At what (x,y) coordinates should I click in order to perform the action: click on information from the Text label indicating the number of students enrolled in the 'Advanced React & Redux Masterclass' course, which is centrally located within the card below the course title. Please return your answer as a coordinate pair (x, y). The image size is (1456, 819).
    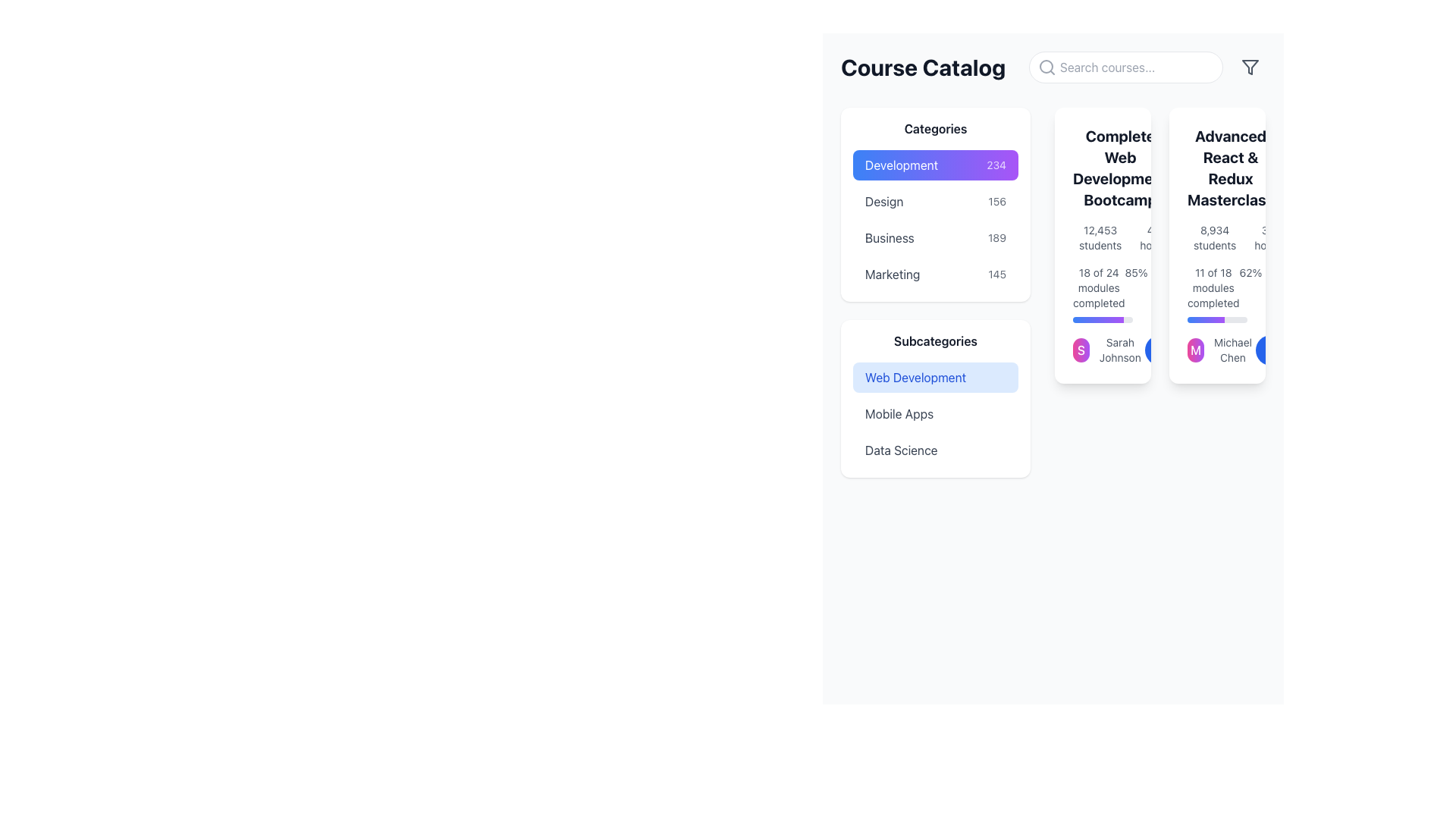
    Looking at the image, I should click on (1217, 237).